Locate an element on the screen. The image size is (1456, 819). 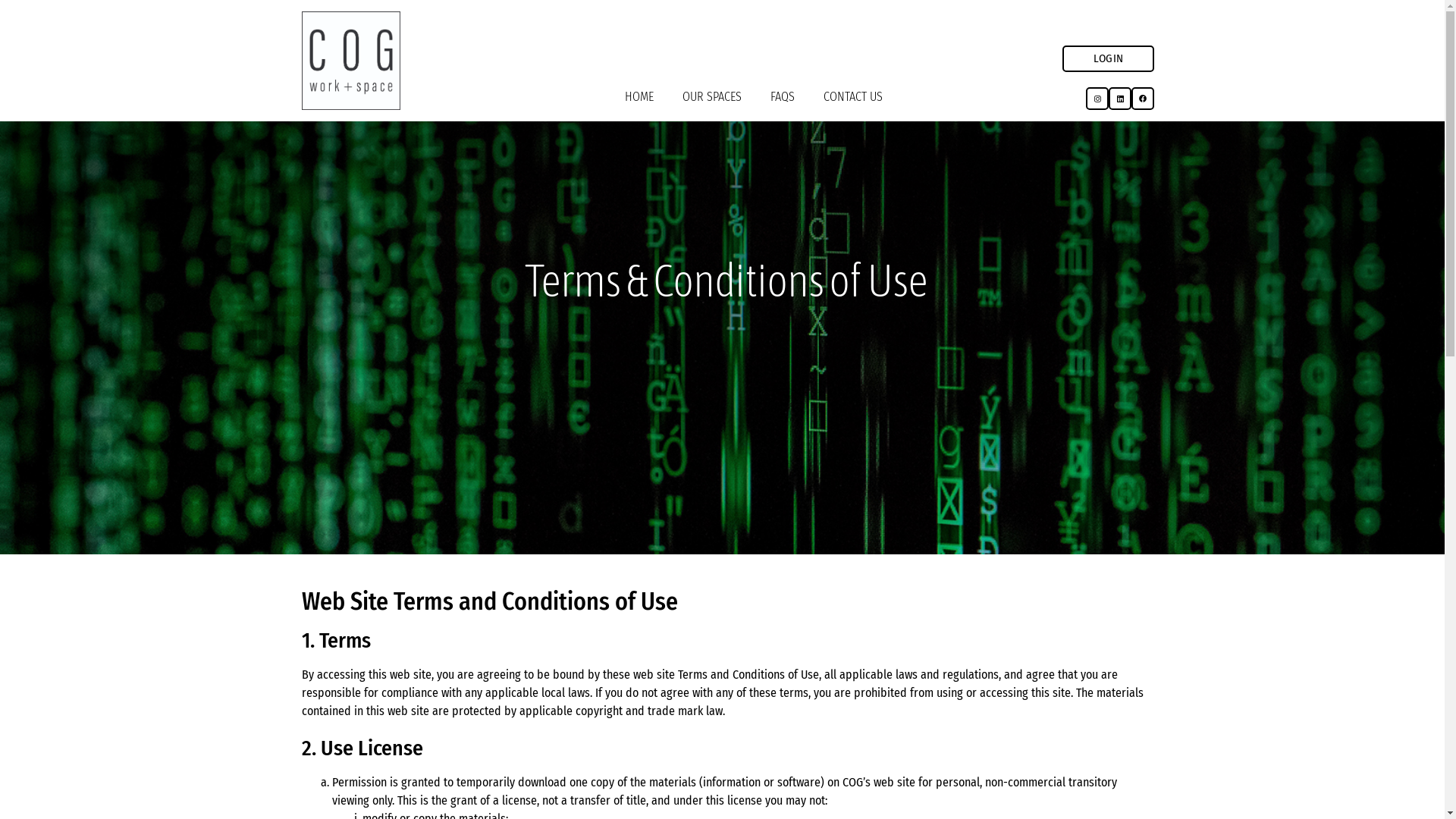
'HOME' is located at coordinates (639, 96).